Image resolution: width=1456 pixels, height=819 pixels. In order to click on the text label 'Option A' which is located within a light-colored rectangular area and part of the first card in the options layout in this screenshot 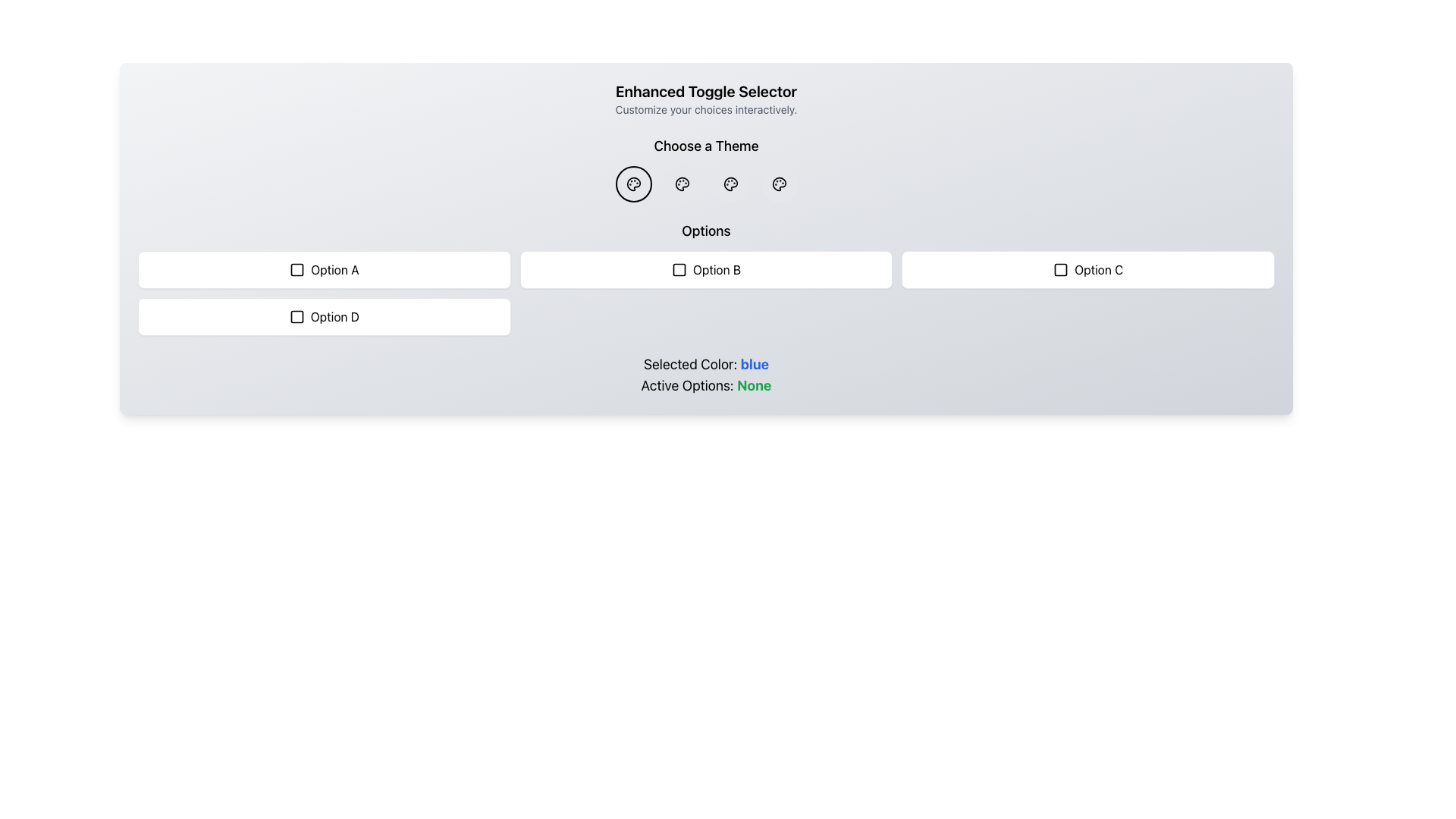, I will do `click(334, 268)`.